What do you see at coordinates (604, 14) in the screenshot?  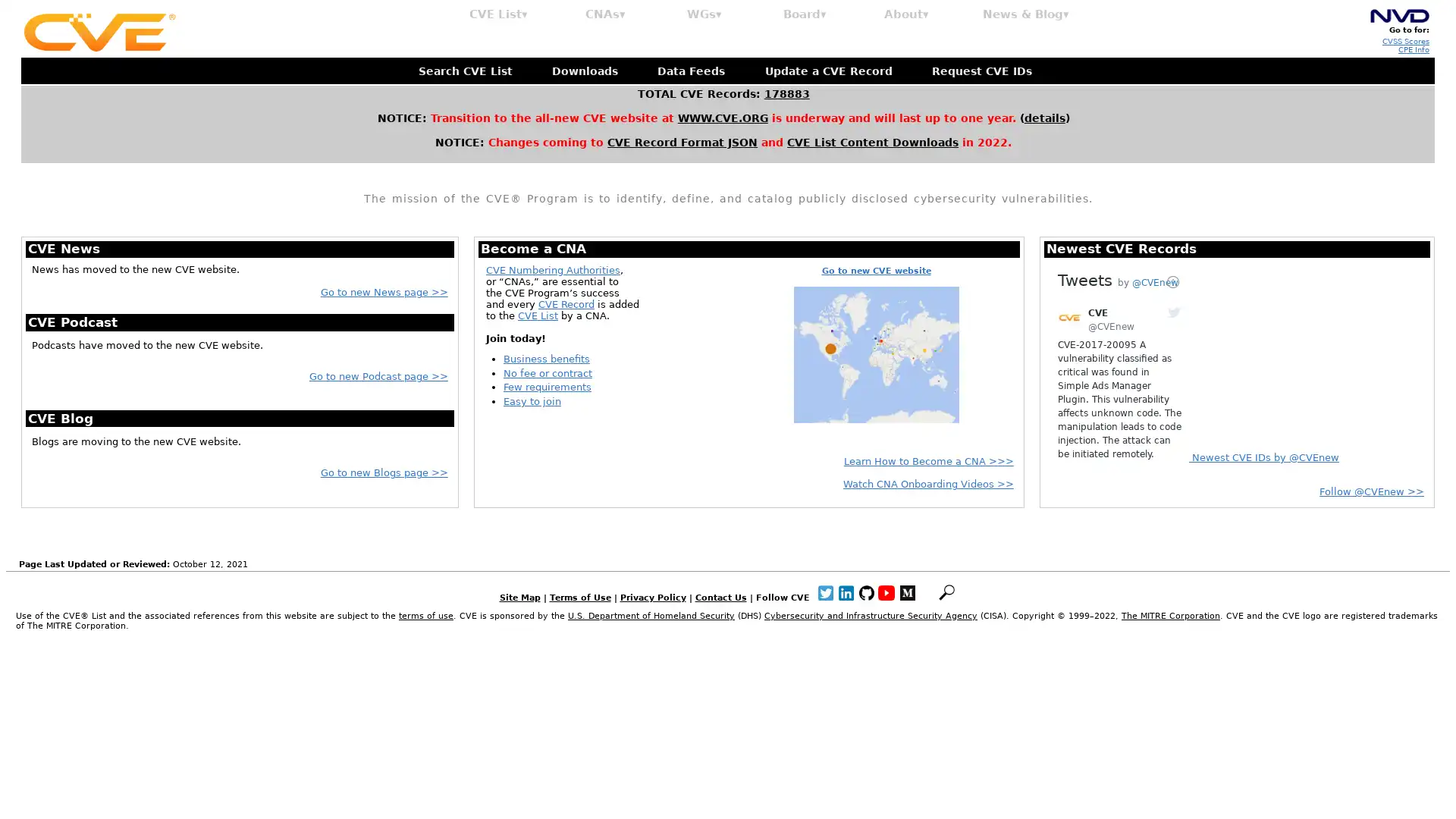 I see `CNAs` at bounding box center [604, 14].